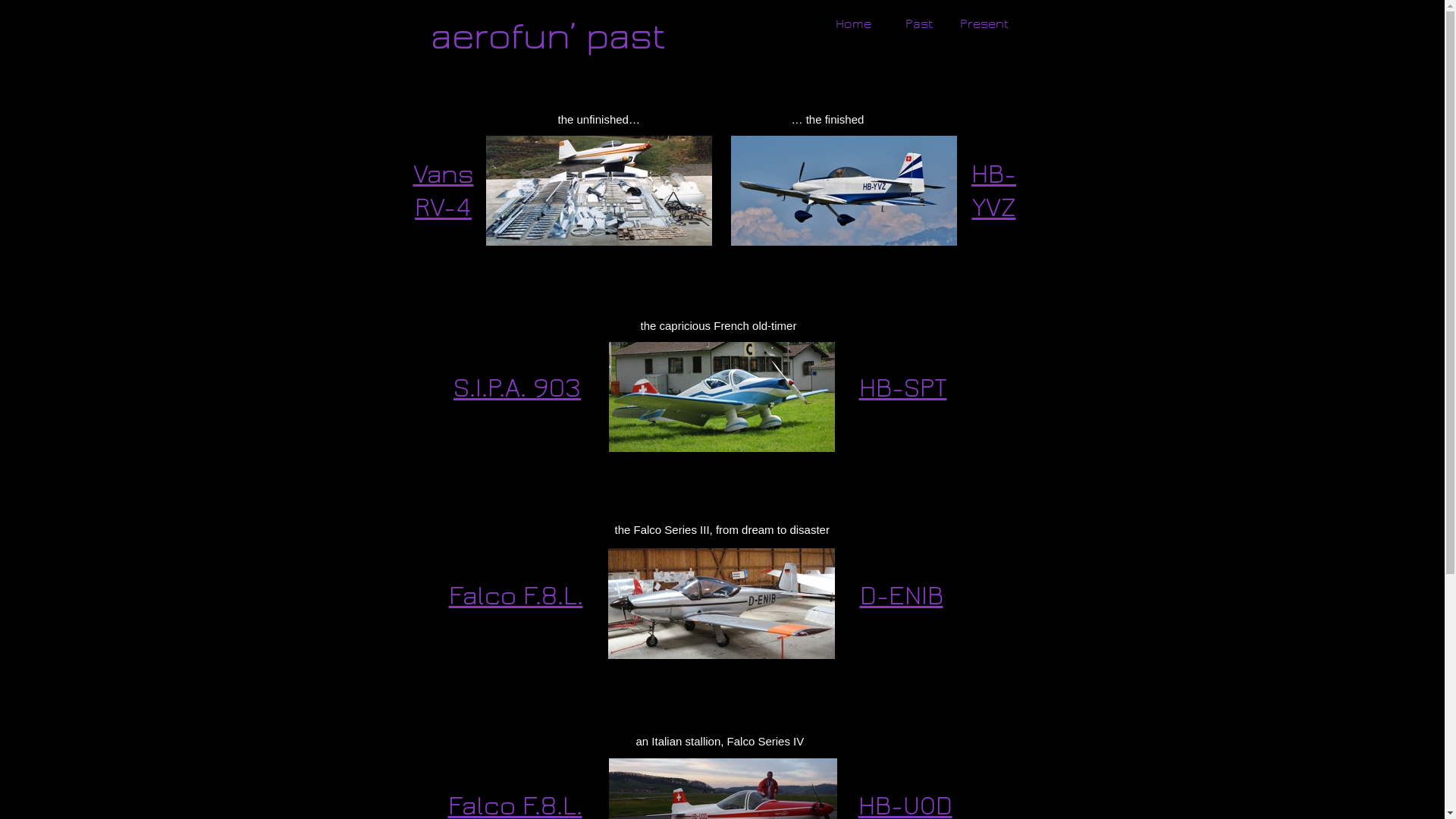 The image size is (1456, 819). What do you see at coordinates (993, 174) in the screenshot?
I see `'HB-'` at bounding box center [993, 174].